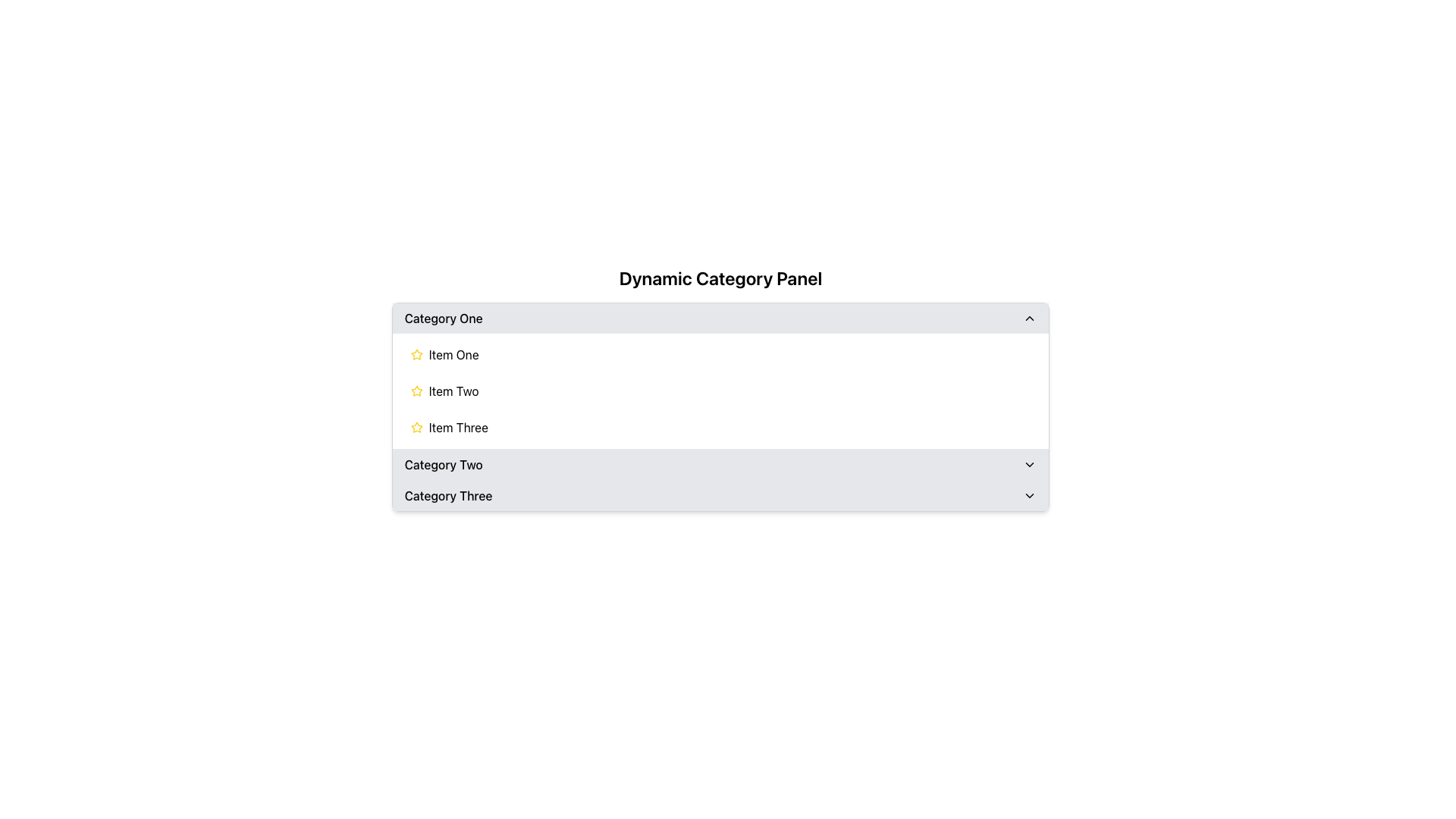  What do you see at coordinates (720, 464) in the screenshot?
I see `the List item with menu toggle labeled 'Category Two'` at bounding box center [720, 464].